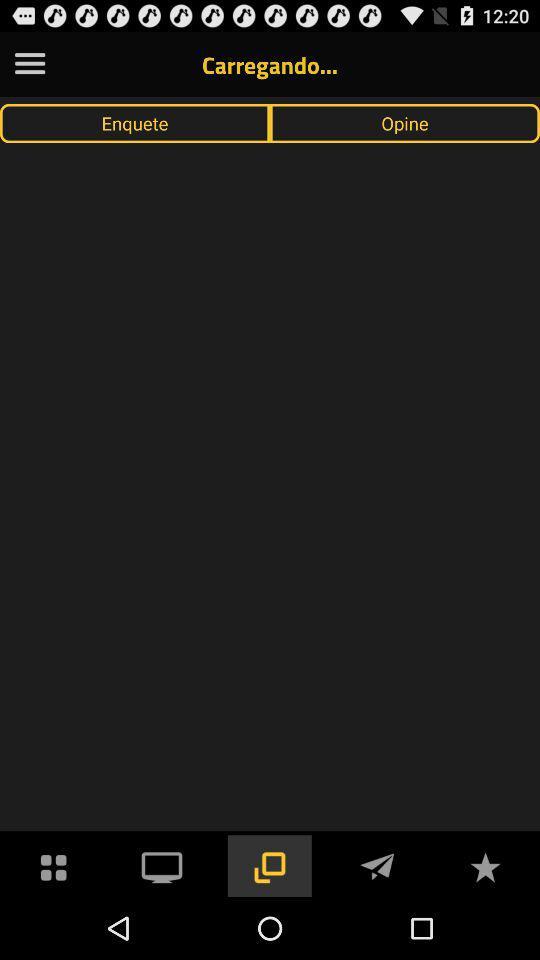  Describe the element at coordinates (29, 64) in the screenshot. I see `open the side menu` at that location.